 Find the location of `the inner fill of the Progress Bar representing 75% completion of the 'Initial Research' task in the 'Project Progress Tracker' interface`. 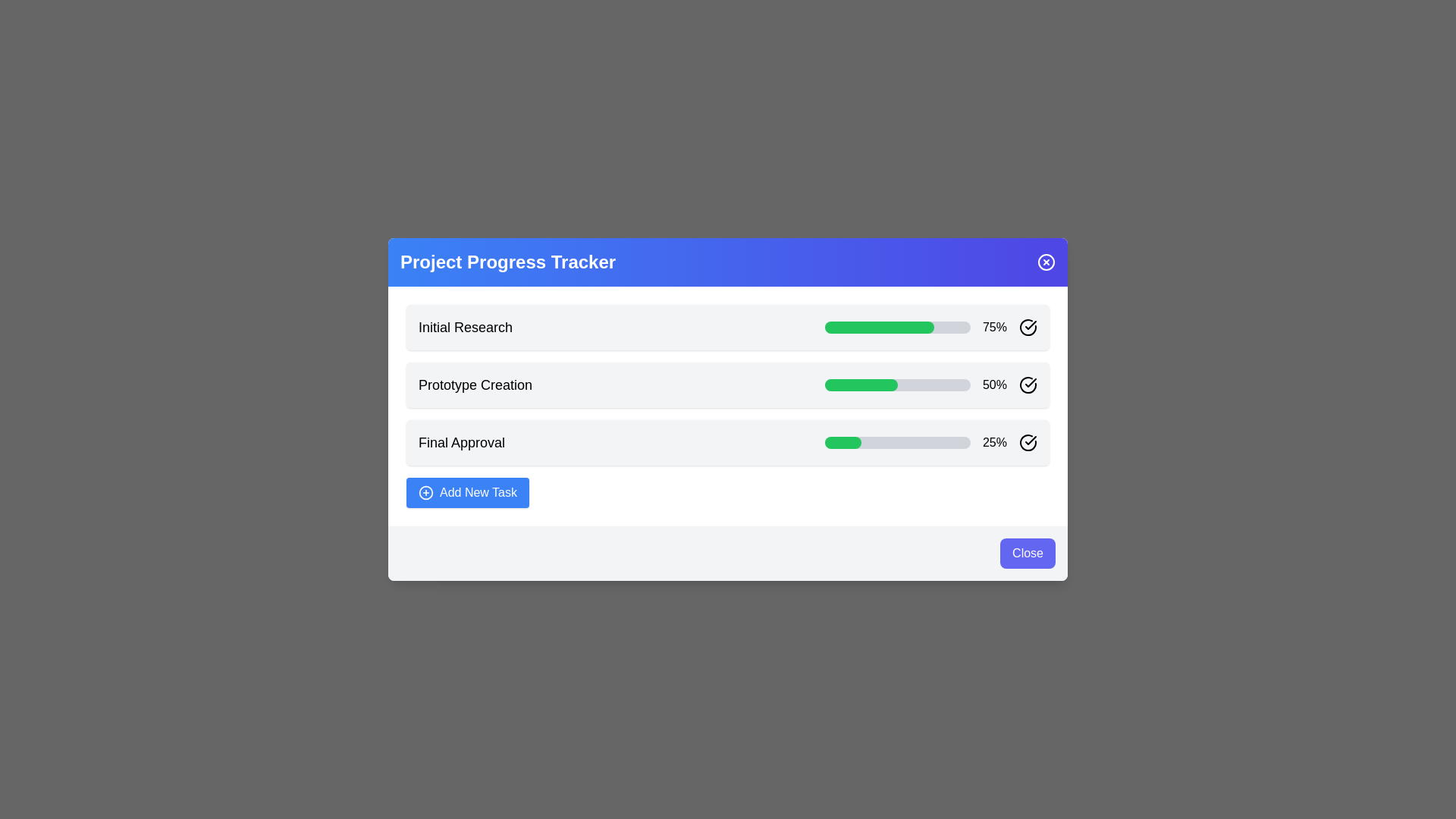

the inner fill of the Progress Bar representing 75% completion of the 'Initial Research' task in the 'Project Progress Tracker' interface is located at coordinates (880, 327).